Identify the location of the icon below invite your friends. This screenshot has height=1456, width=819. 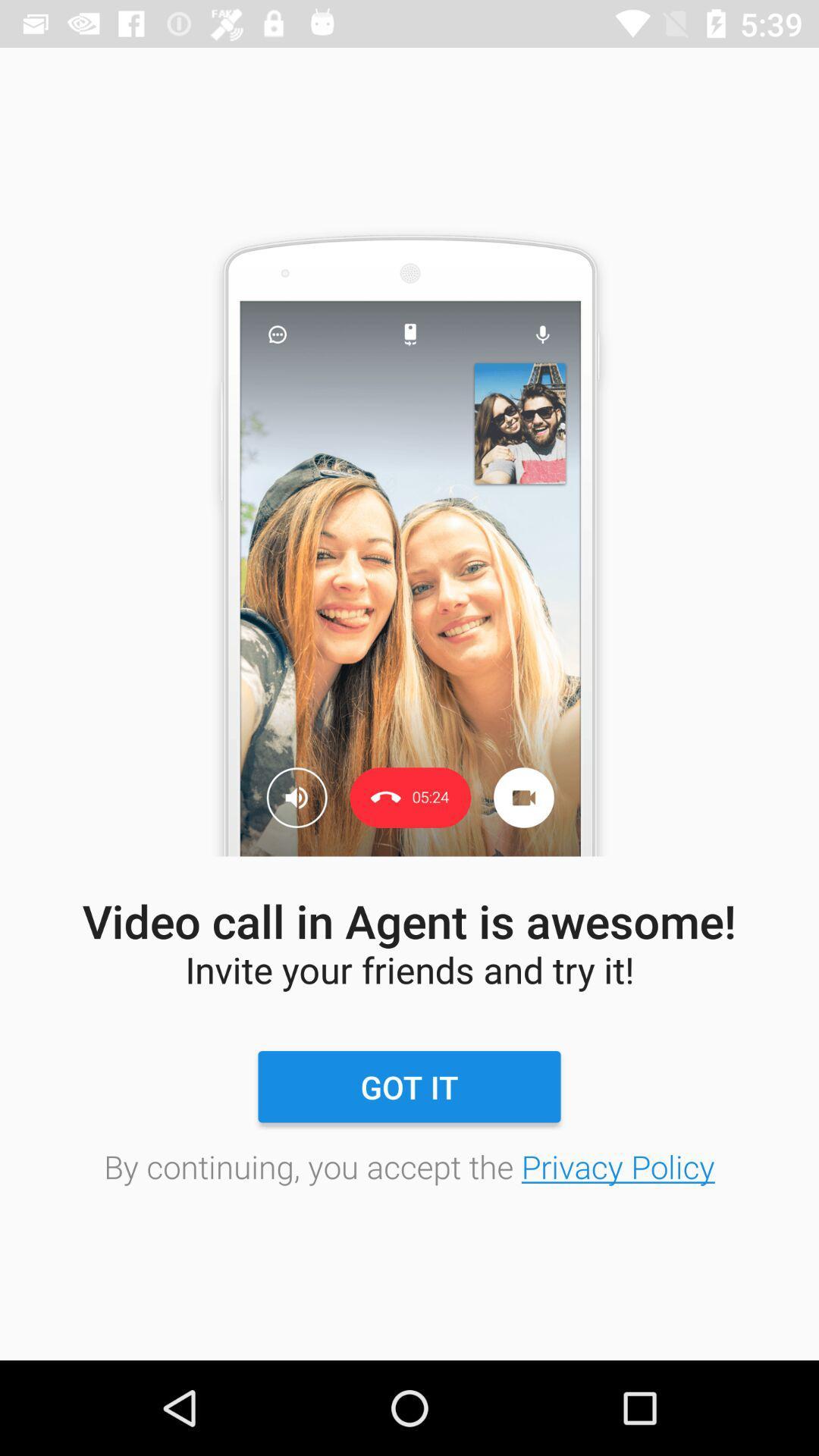
(409, 1086).